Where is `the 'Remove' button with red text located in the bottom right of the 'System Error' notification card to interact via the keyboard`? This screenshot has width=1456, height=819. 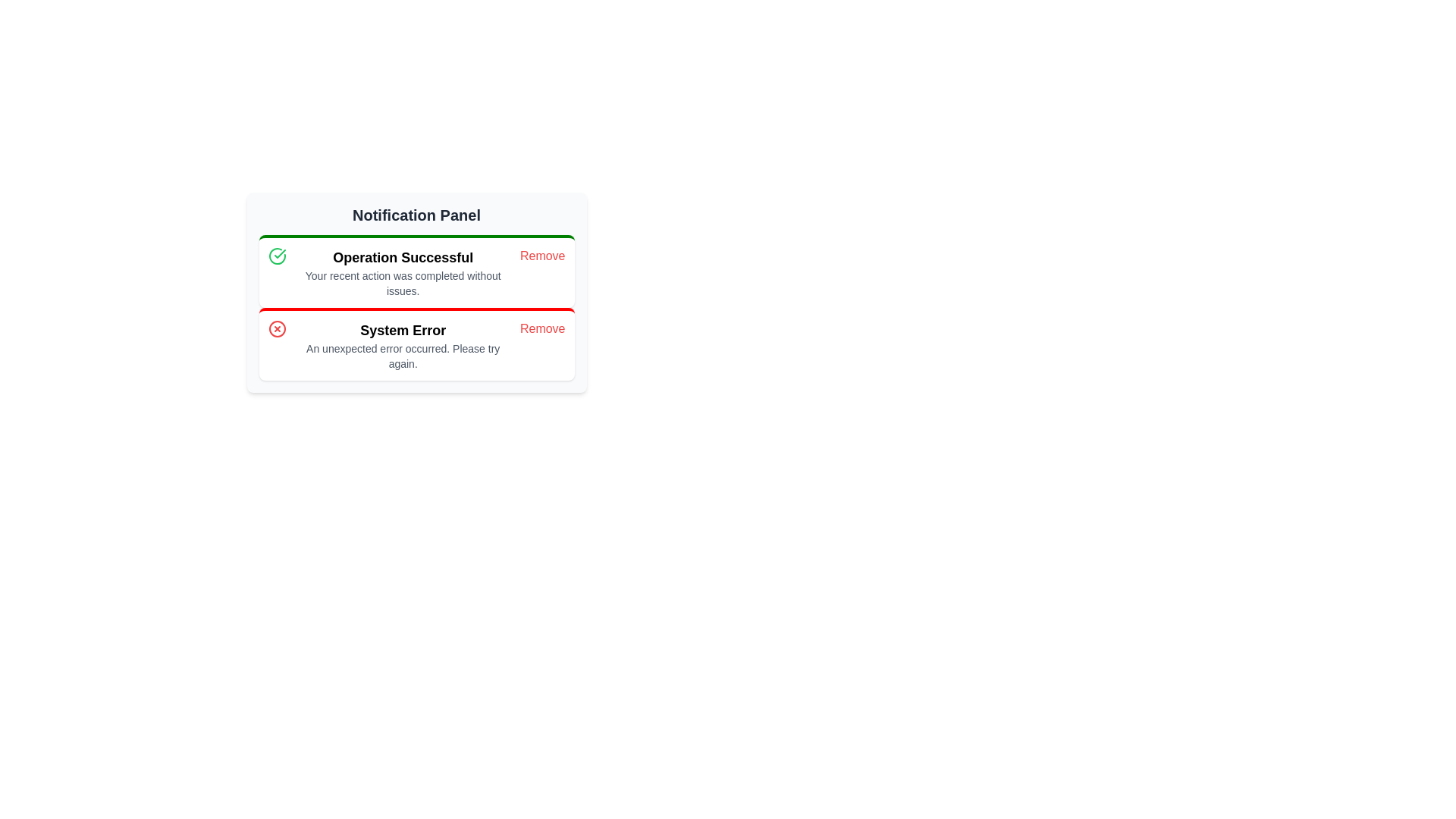
the 'Remove' button with red text located in the bottom right of the 'System Error' notification card to interact via the keyboard is located at coordinates (542, 328).